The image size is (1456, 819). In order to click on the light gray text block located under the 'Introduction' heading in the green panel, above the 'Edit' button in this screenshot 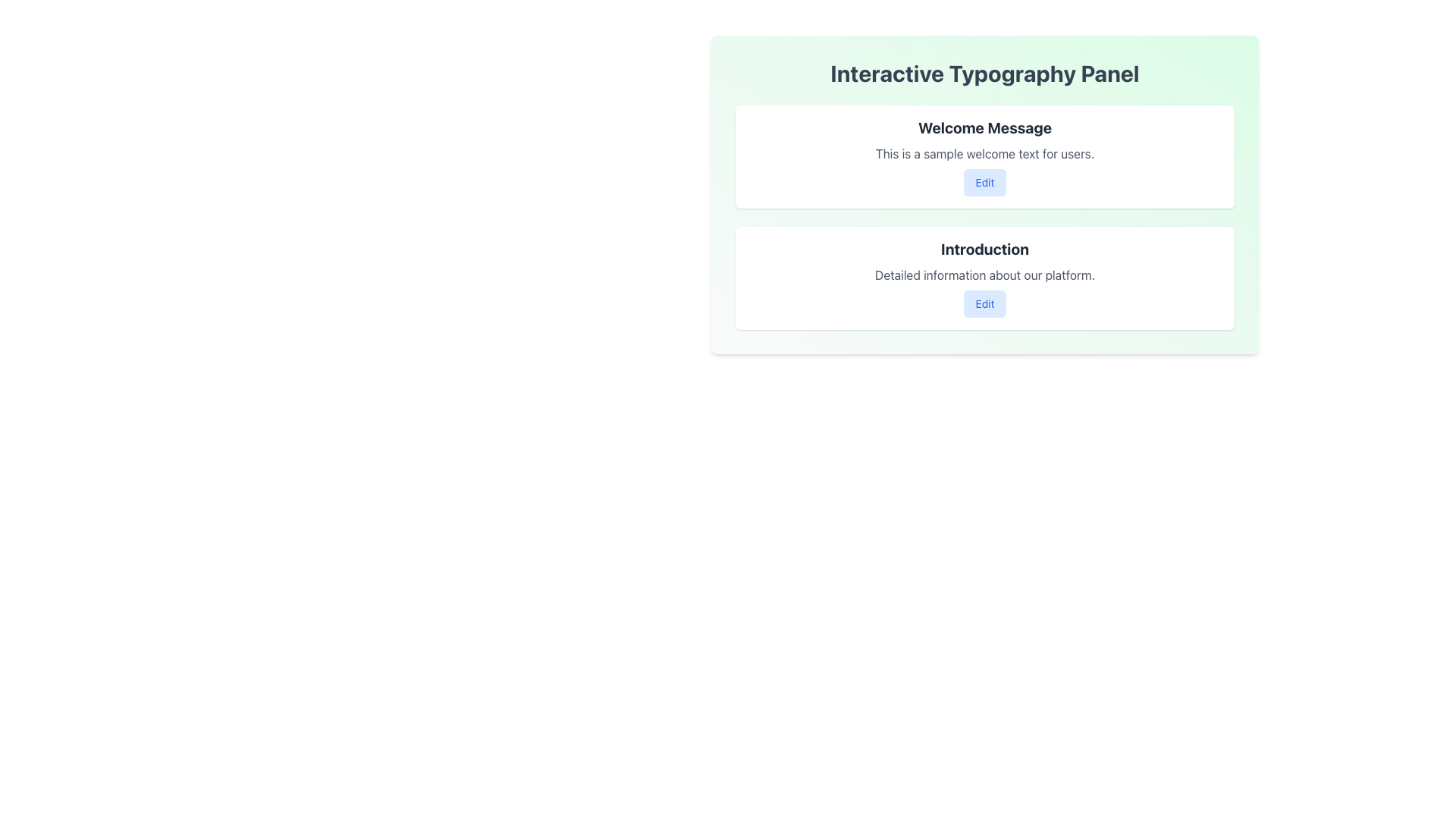, I will do `click(985, 275)`.